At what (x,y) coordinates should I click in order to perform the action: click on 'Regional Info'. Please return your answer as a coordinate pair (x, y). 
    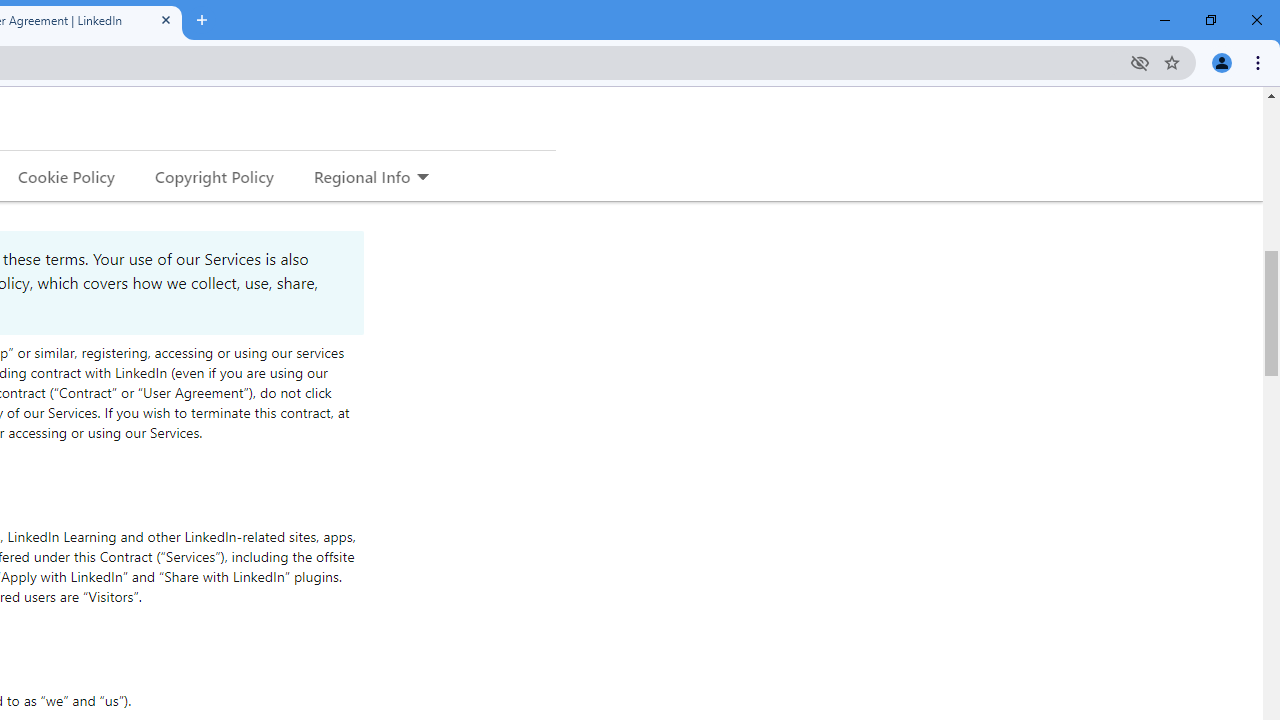
    Looking at the image, I should click on (362, 175).